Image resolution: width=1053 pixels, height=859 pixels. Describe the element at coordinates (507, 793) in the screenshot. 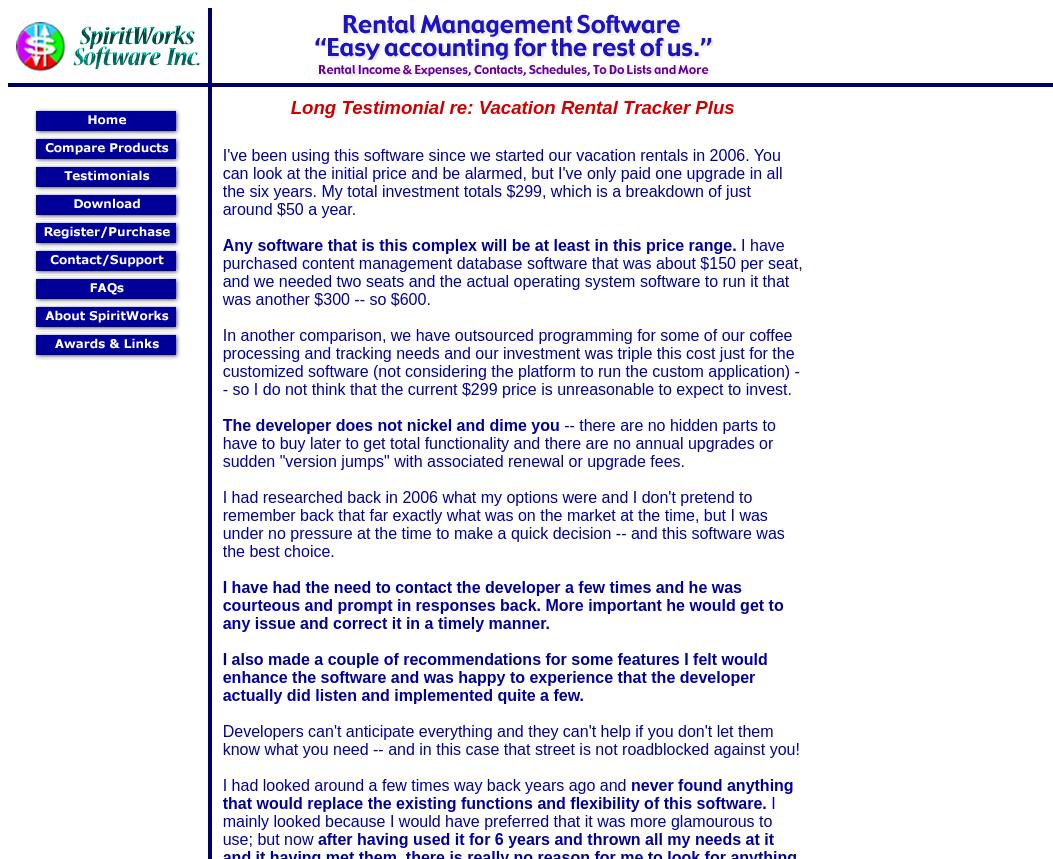

I see `'never found anything that would replace the existing functions and flexibility of this software.'` at that location.